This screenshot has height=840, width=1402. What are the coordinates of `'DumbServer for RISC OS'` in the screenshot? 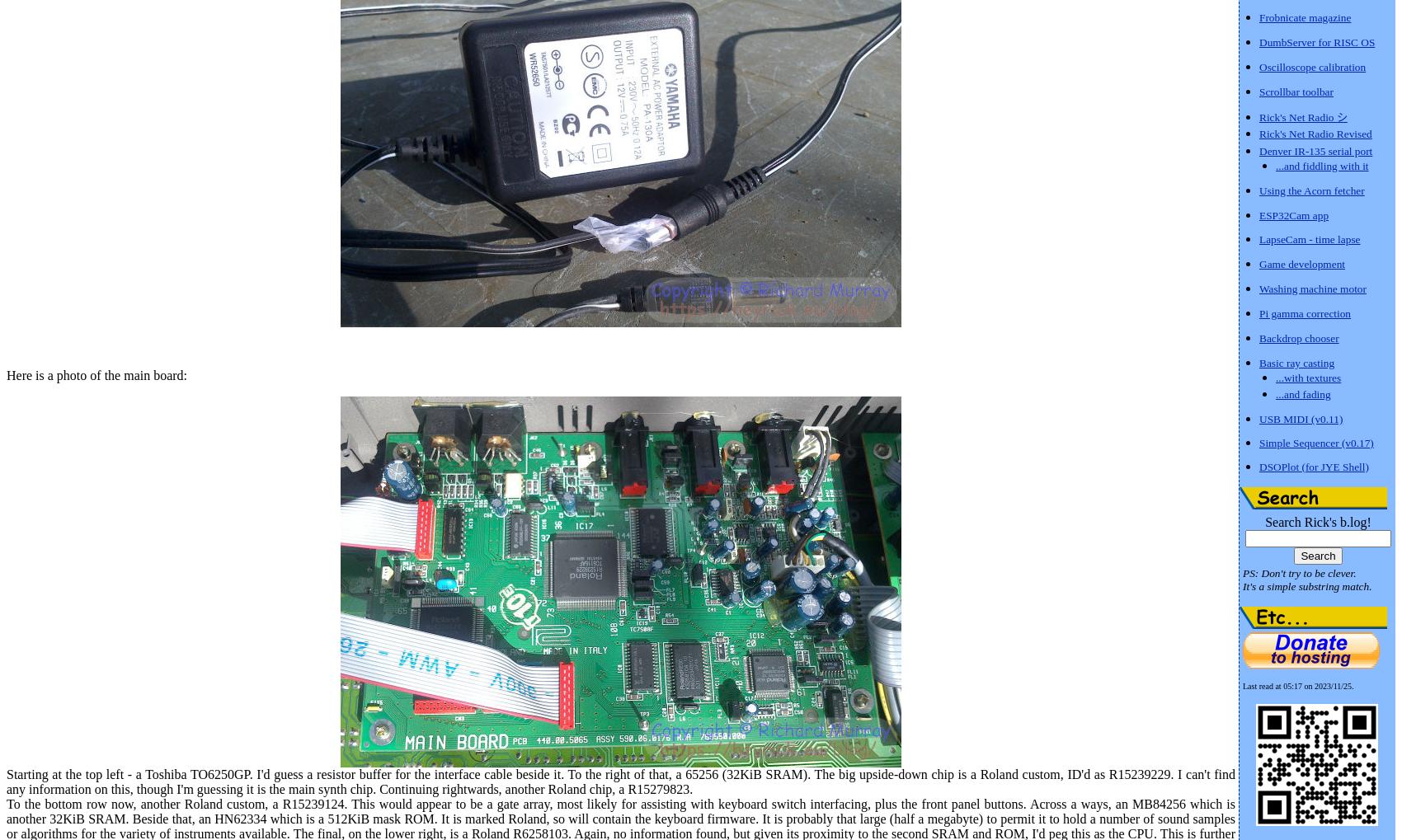 It's located at (1315, 41).